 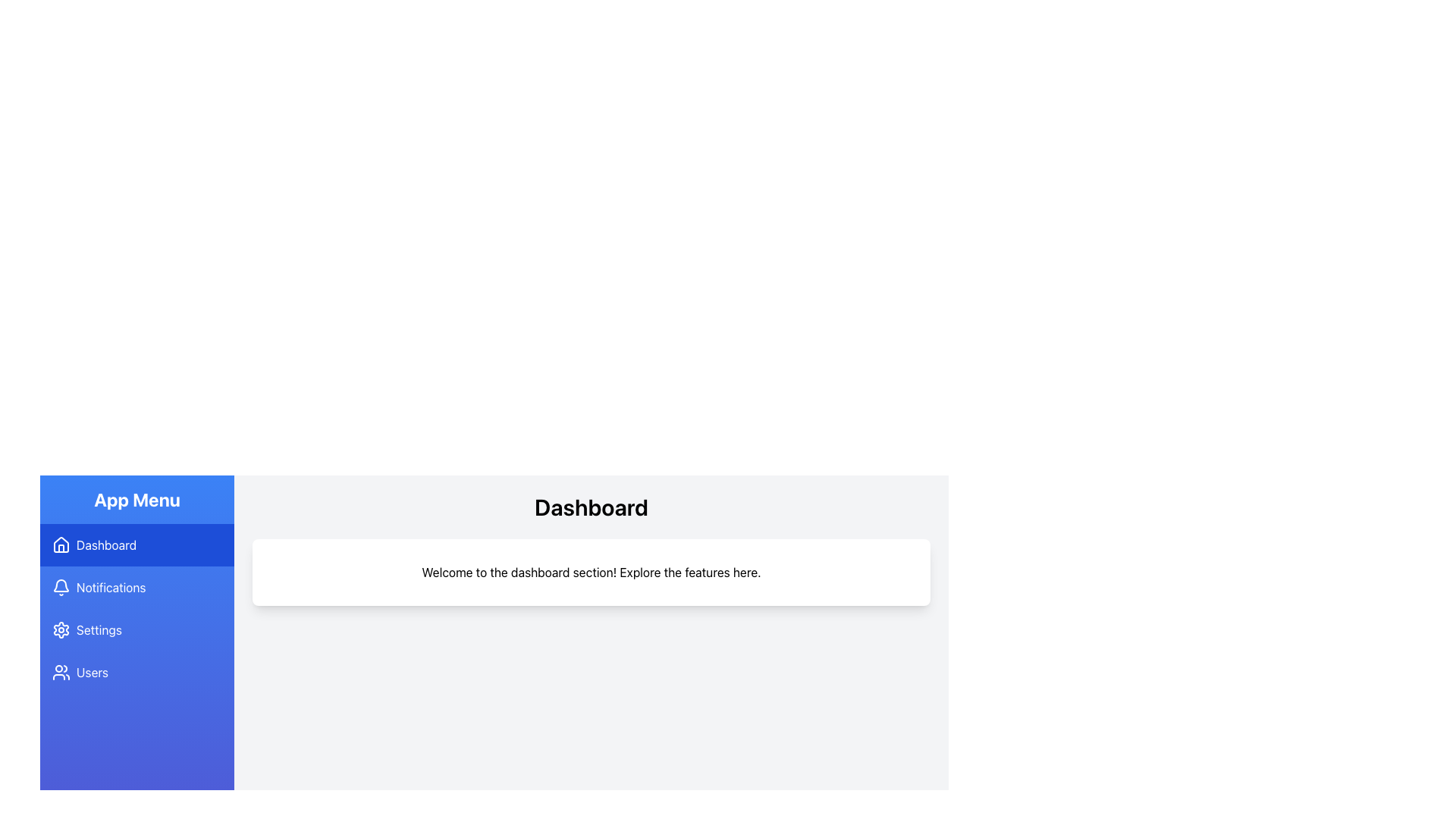 I want to click on the 'Notifications' button, which is a horizontal menu item with a bell icon on a blue background, located in the left sidebar directly below 'Dashboard', so click(x=137, y=587).